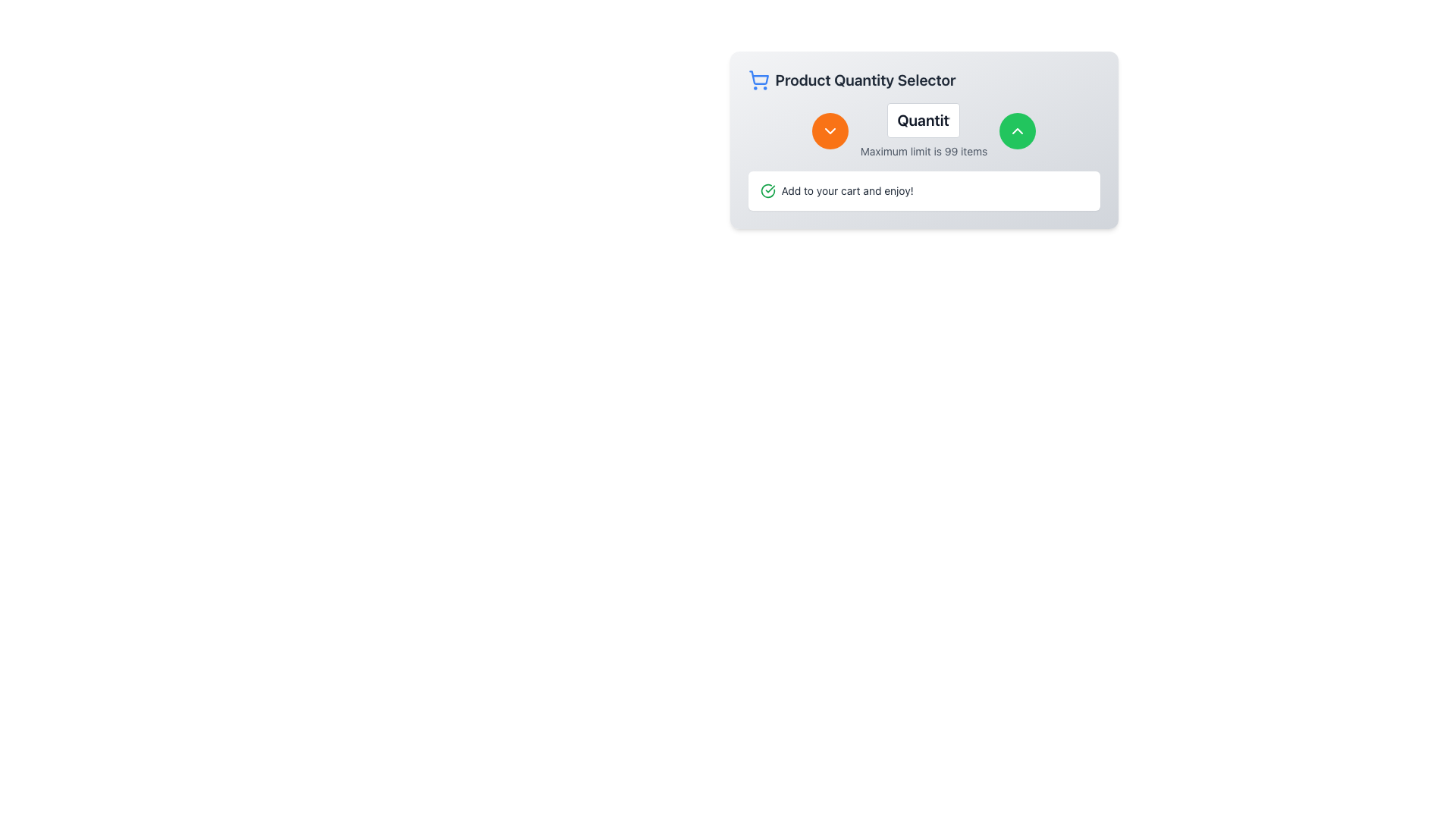  I want to click on the circular icon button that decreases quantity, located to the left of the text input field labeled 'Quantit', so click(829, 130).